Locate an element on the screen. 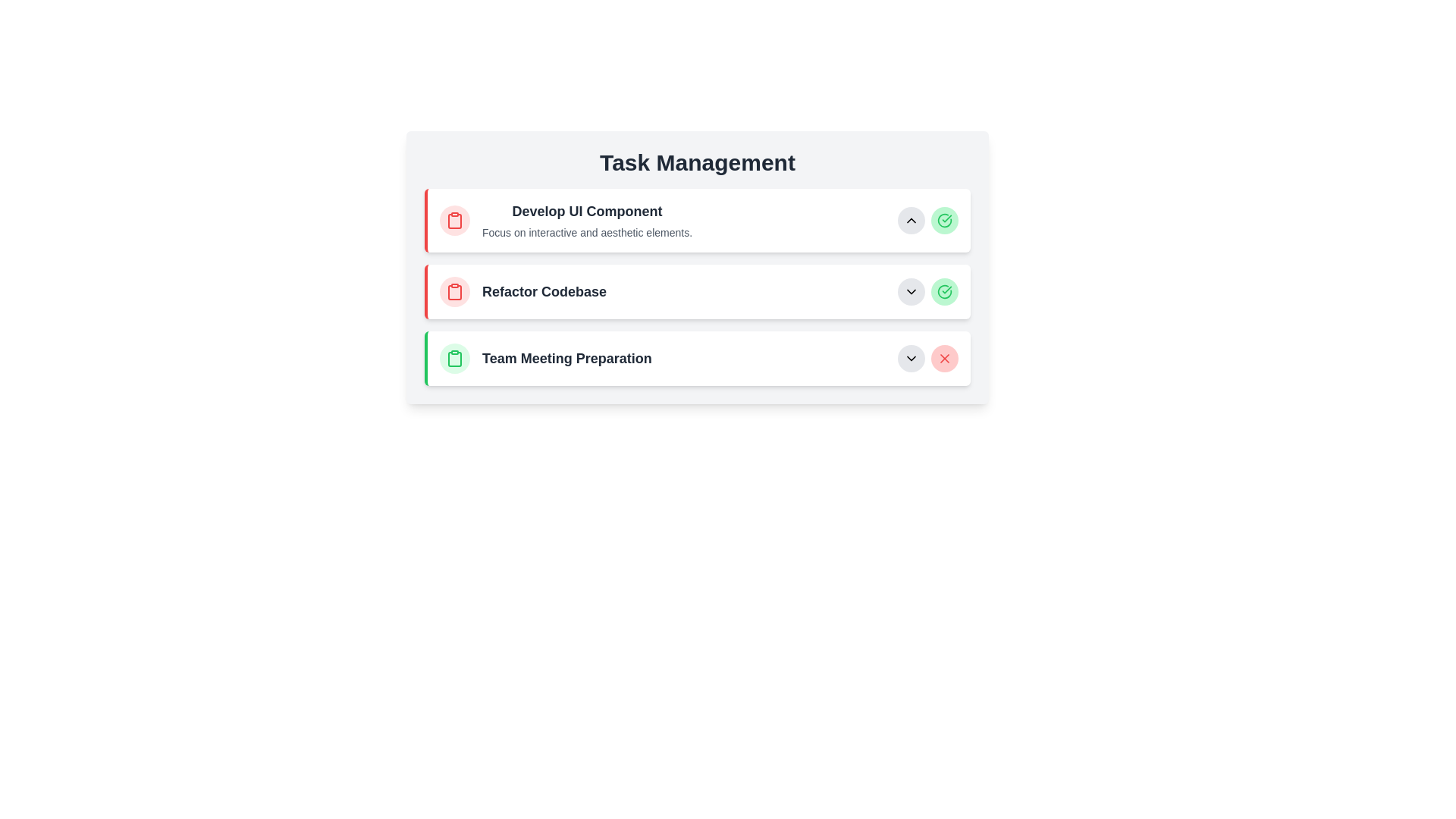 The height and width of the screenshot is (819, 1456). the first list item under the 'Task Management' section, which features a red-bordered clipboard icon and the text 'Develop UI Component' in bold is located at coordinates (565, 220).